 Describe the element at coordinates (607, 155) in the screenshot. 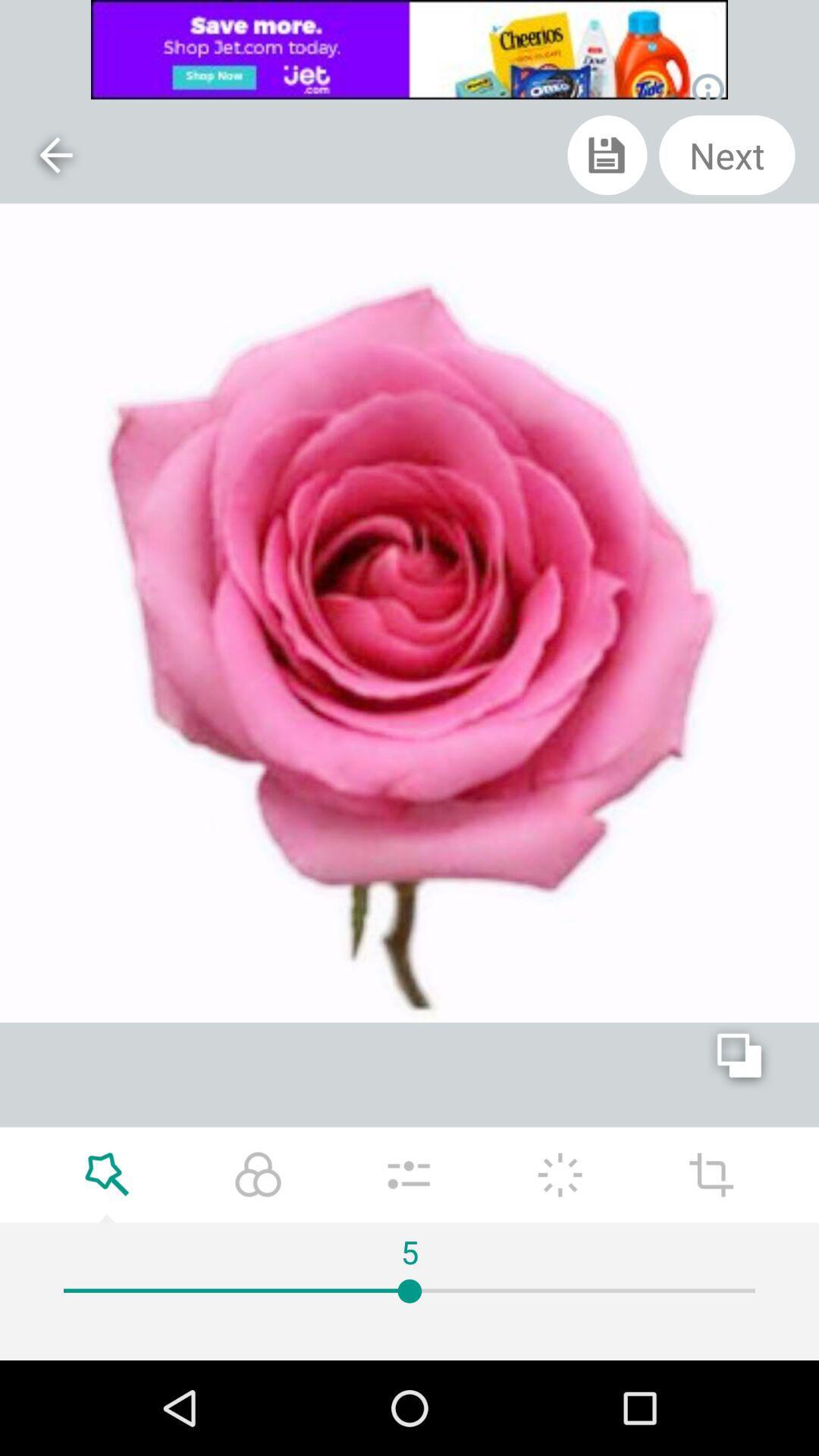

I see `to memory card` at that location.